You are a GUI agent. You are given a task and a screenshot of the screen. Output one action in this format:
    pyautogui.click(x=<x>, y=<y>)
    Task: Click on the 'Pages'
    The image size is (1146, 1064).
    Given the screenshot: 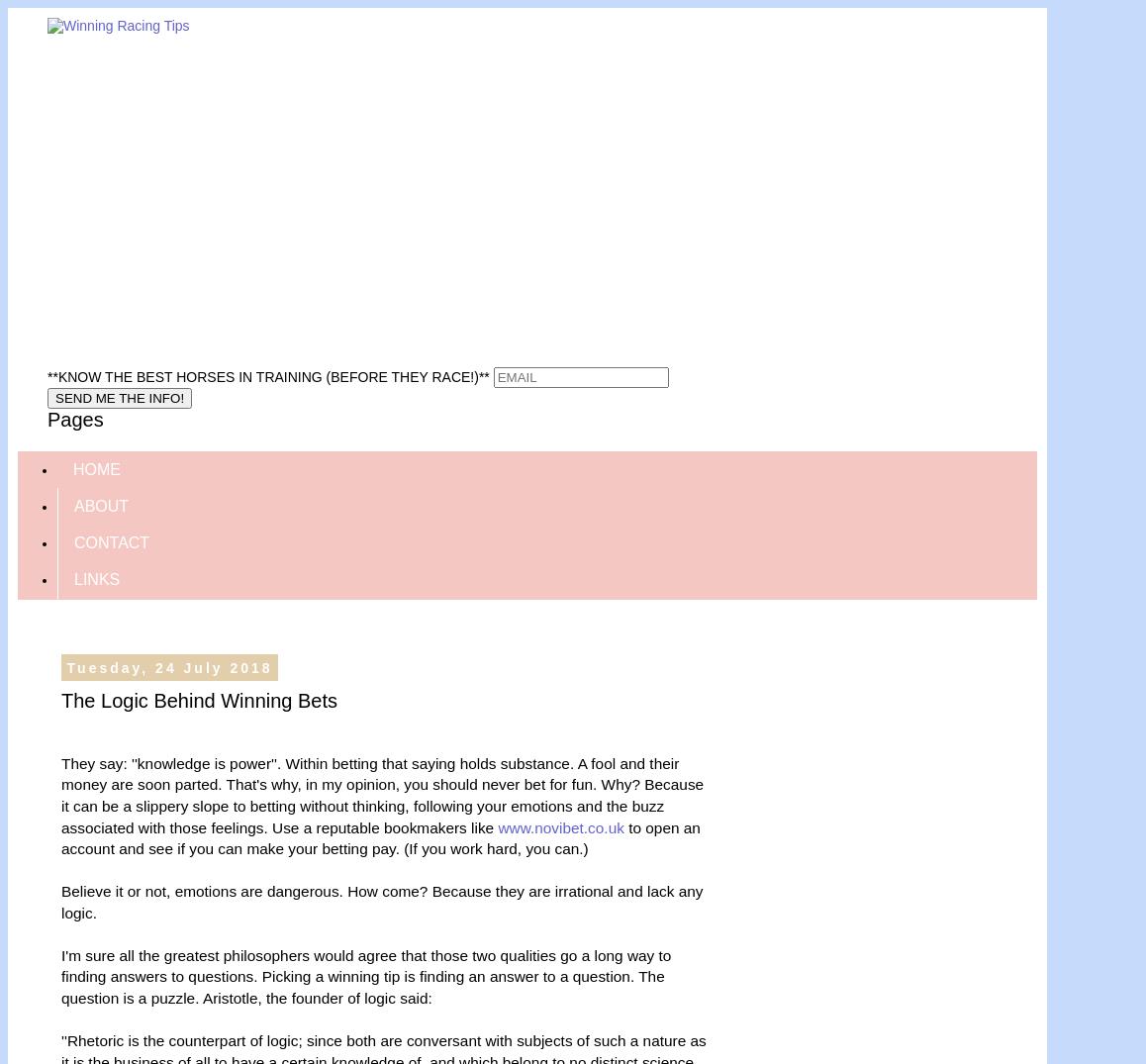 What is the action you would take?
    pyautogui.click(x=47, y=418)
    